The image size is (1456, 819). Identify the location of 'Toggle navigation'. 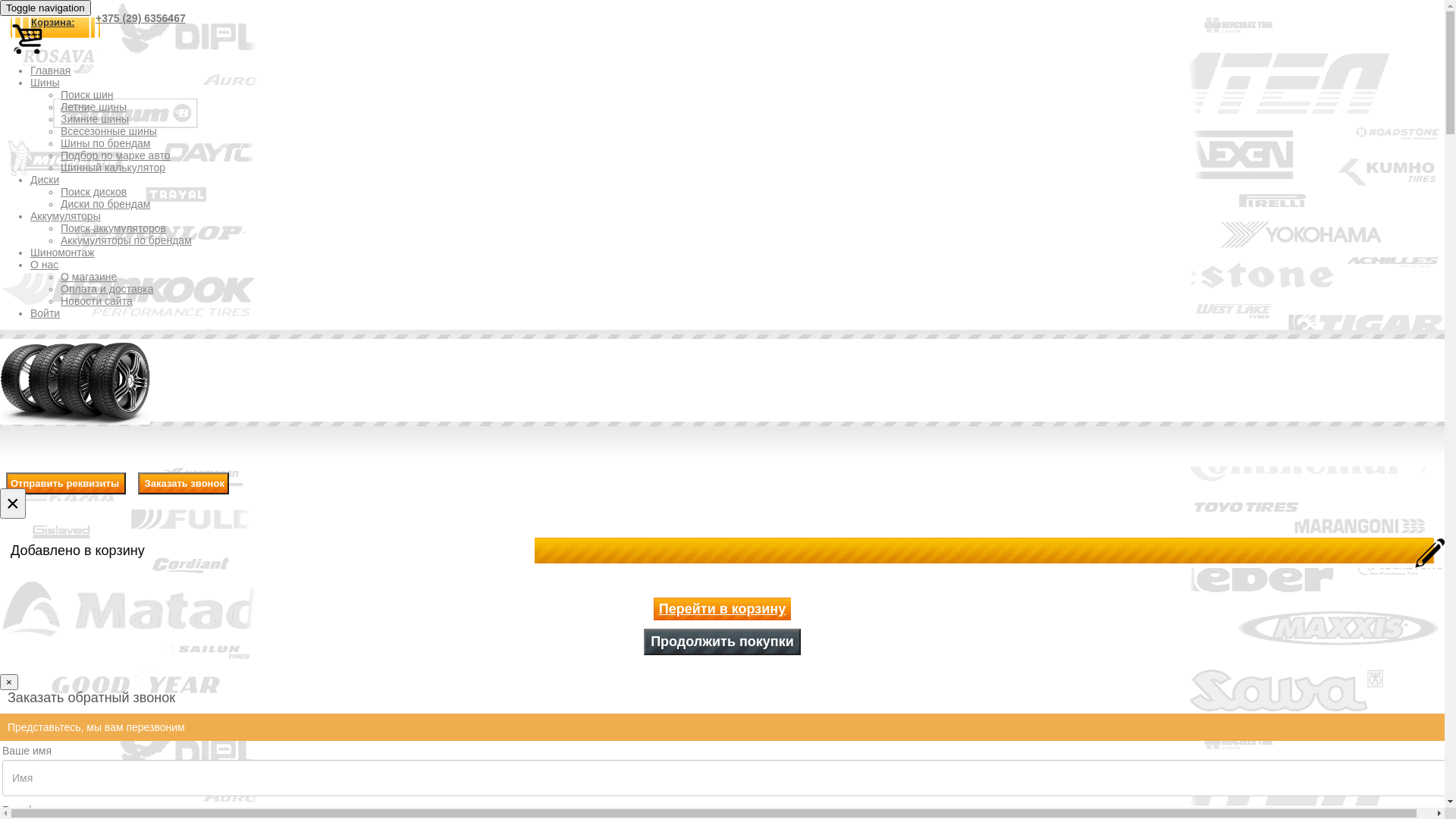
(45, 8).